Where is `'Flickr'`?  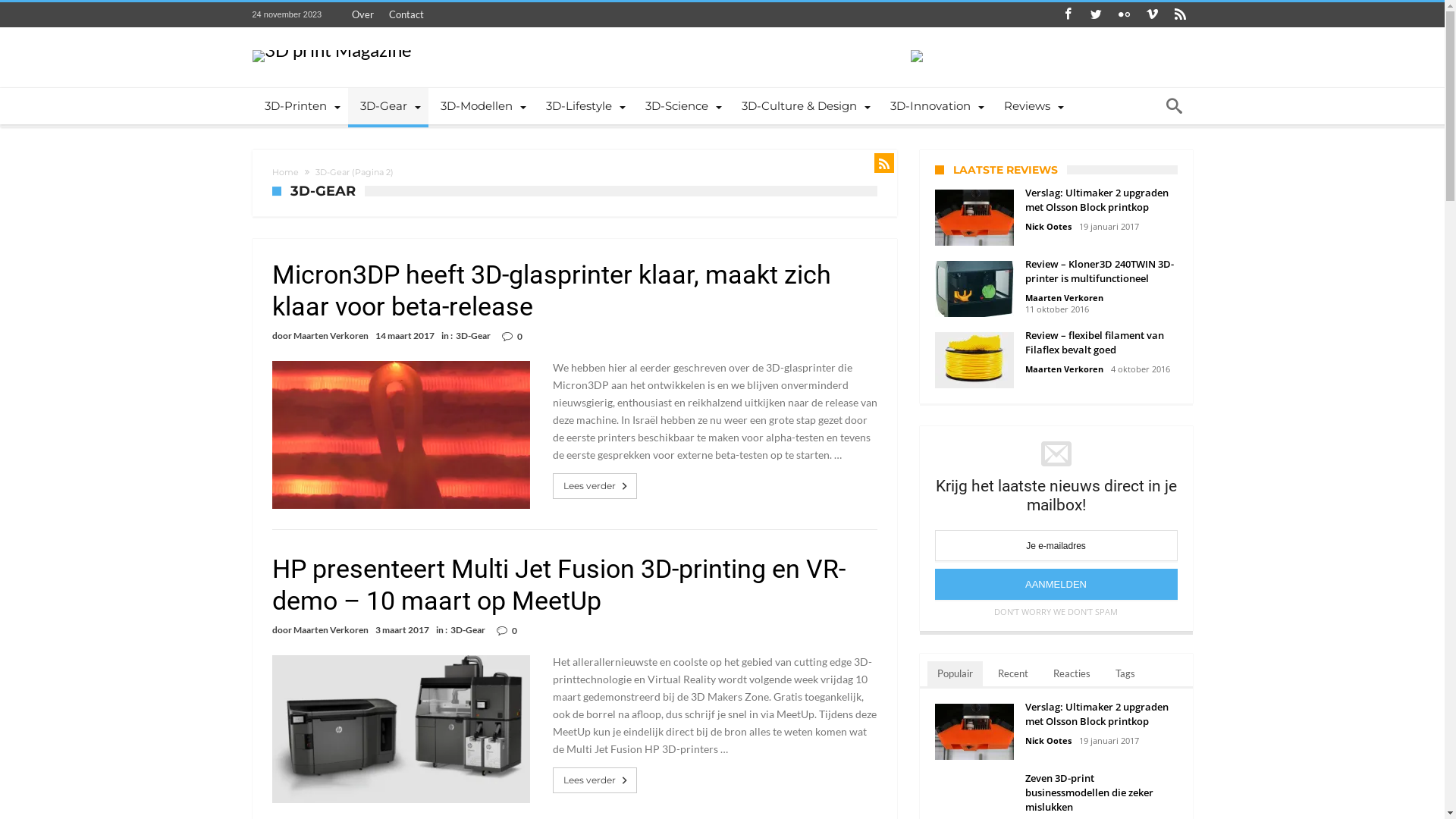 'Flickr' is located at coordinates (1124, 14).